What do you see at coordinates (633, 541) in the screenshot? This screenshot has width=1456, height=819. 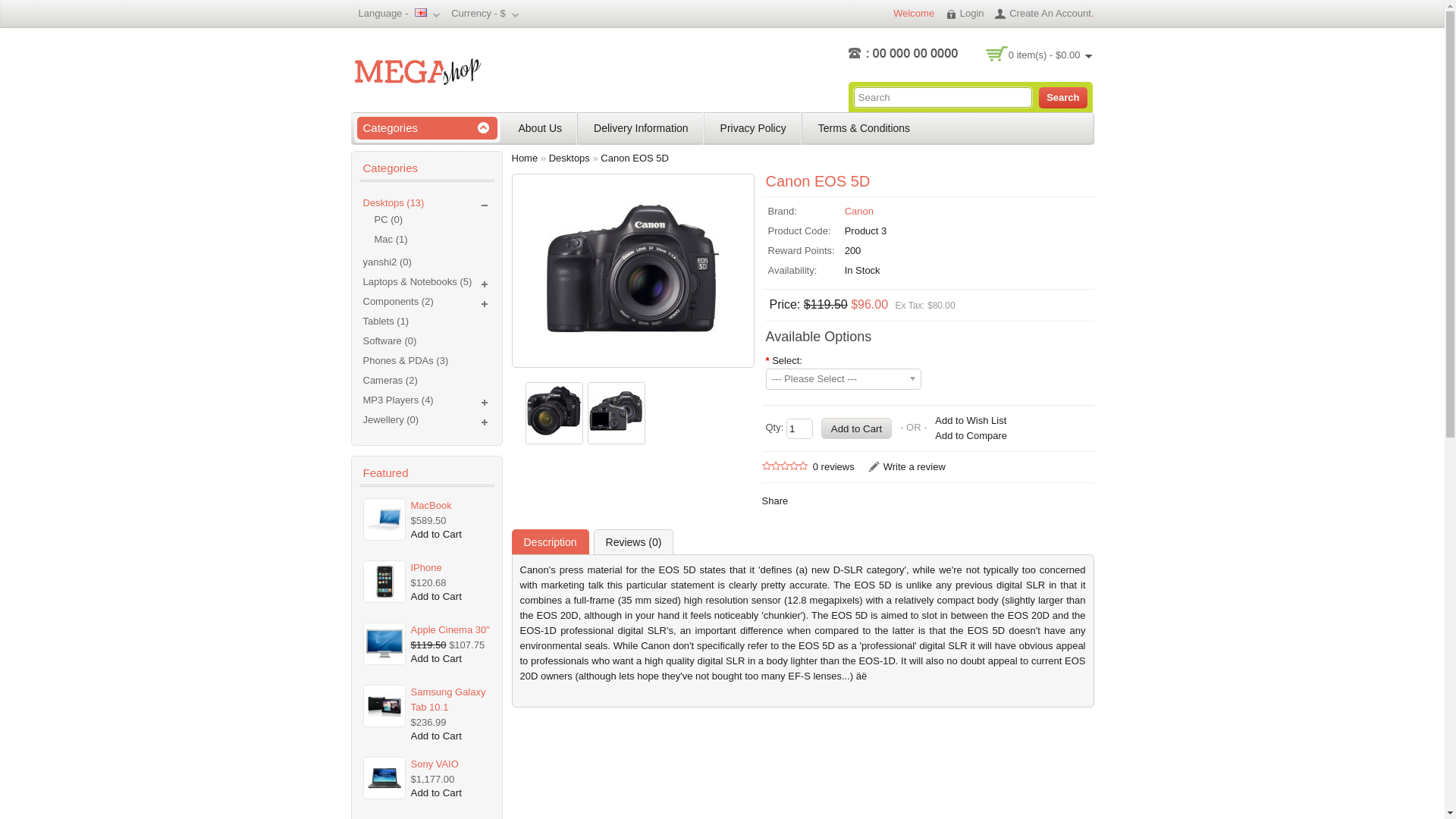 I see `'Reviews (0)'` at bounding box center [633, 541].